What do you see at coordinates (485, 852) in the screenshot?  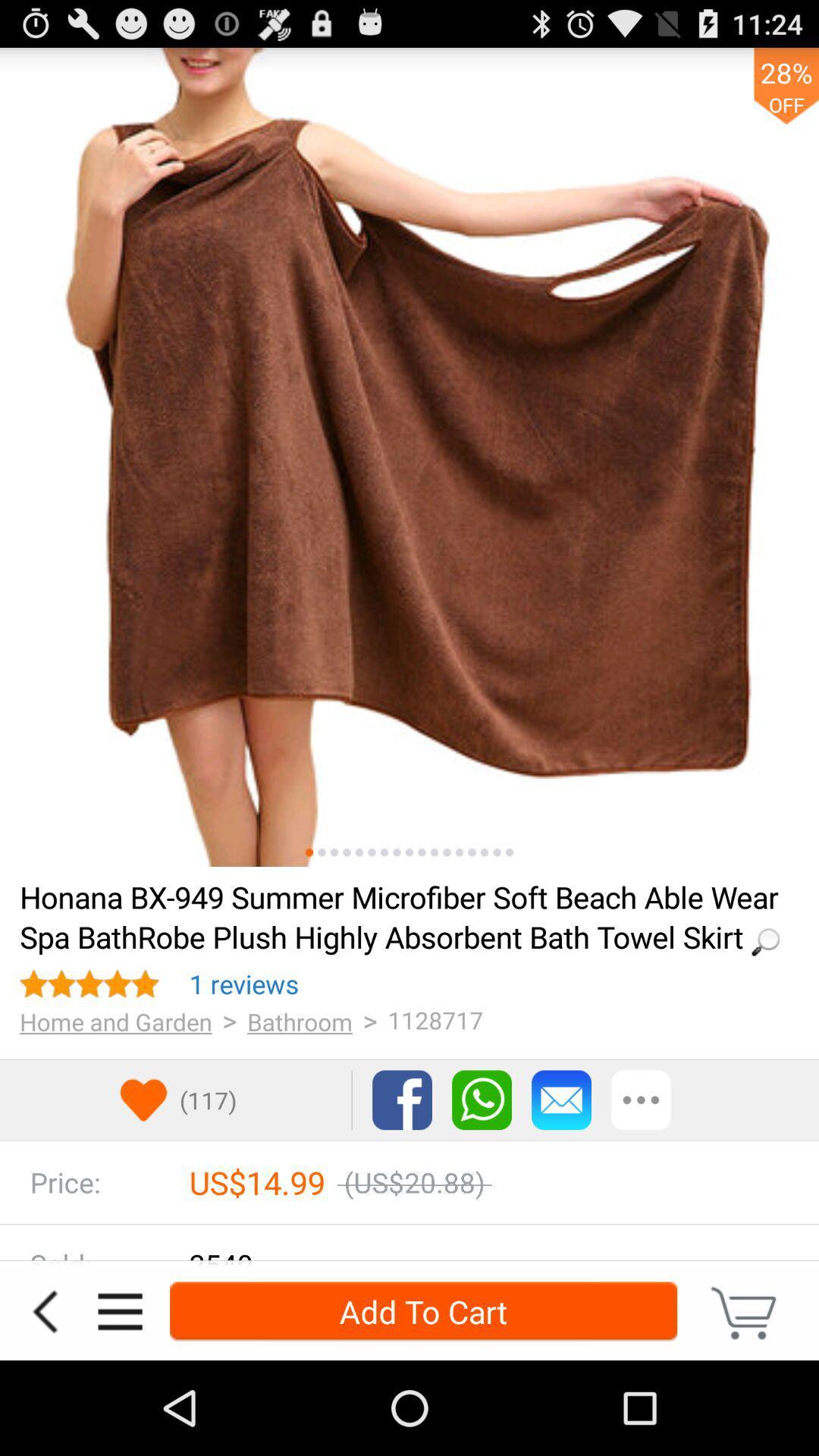 I see `see image` at bounding box center [485, 852].